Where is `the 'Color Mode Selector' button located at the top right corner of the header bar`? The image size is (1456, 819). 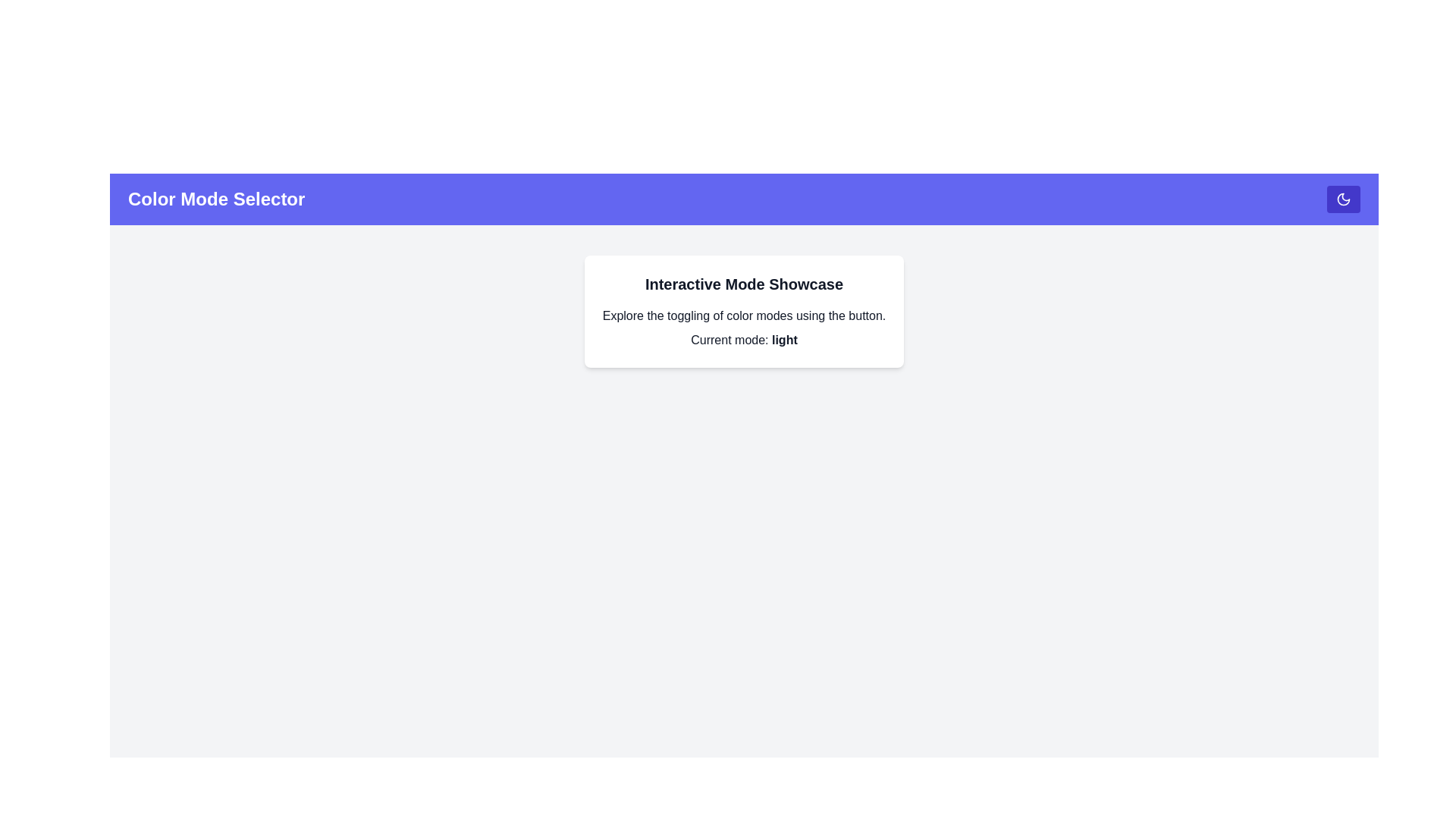 the 'Color Mode Selector' button located at the top right corner of the header bar is located at coordinates (1343, 198).